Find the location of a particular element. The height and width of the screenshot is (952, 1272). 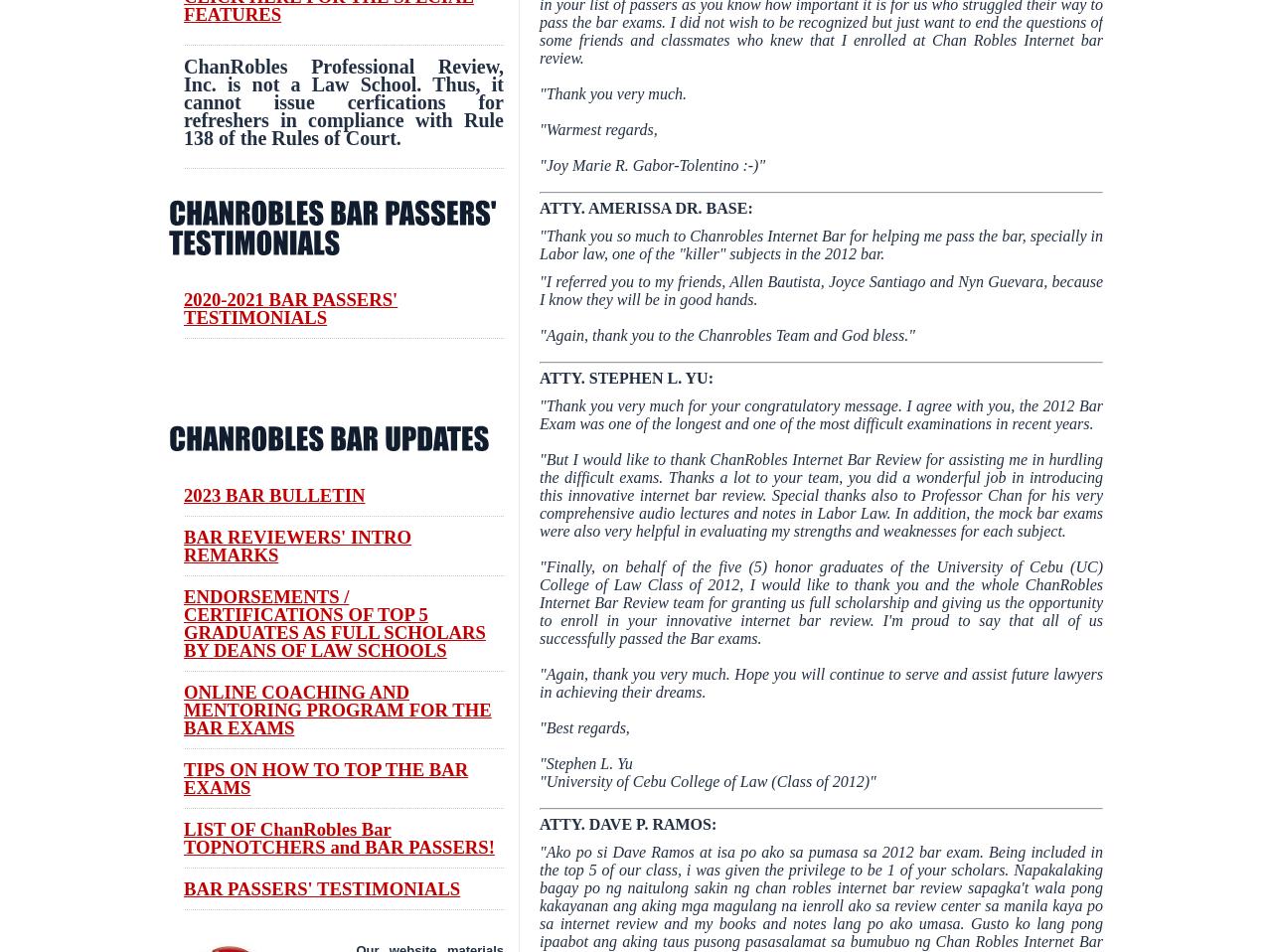

'ATTY. AMERISSA DR. BASE:' is located at coordinates (645, 207).